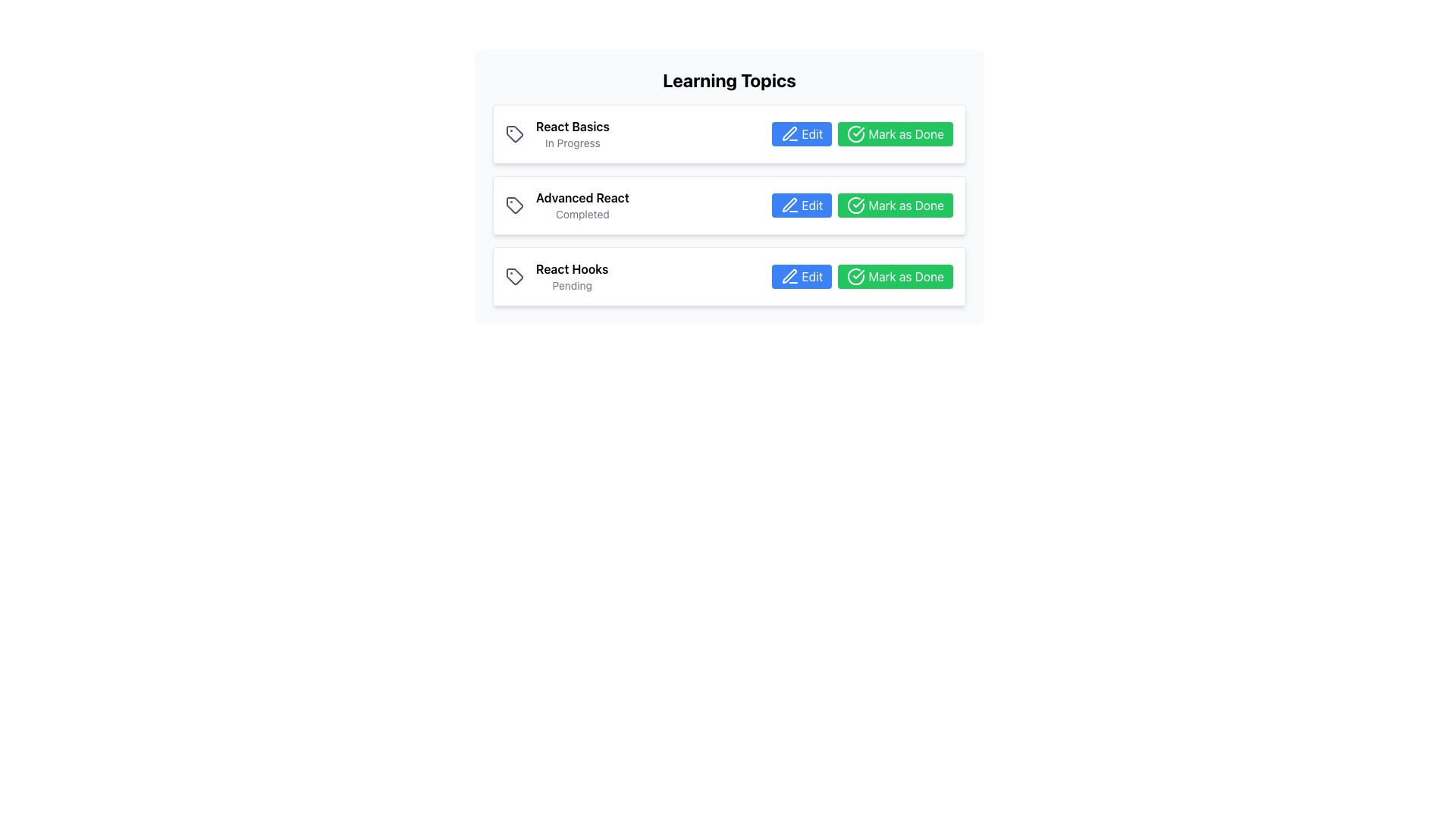 The image size is (1456, 819). What do you see at coordinates (856, 277) in the screenshot?
I see `the circular green checkmark icon within the 'Mark as Done' button` at bounding box center [856, 277].